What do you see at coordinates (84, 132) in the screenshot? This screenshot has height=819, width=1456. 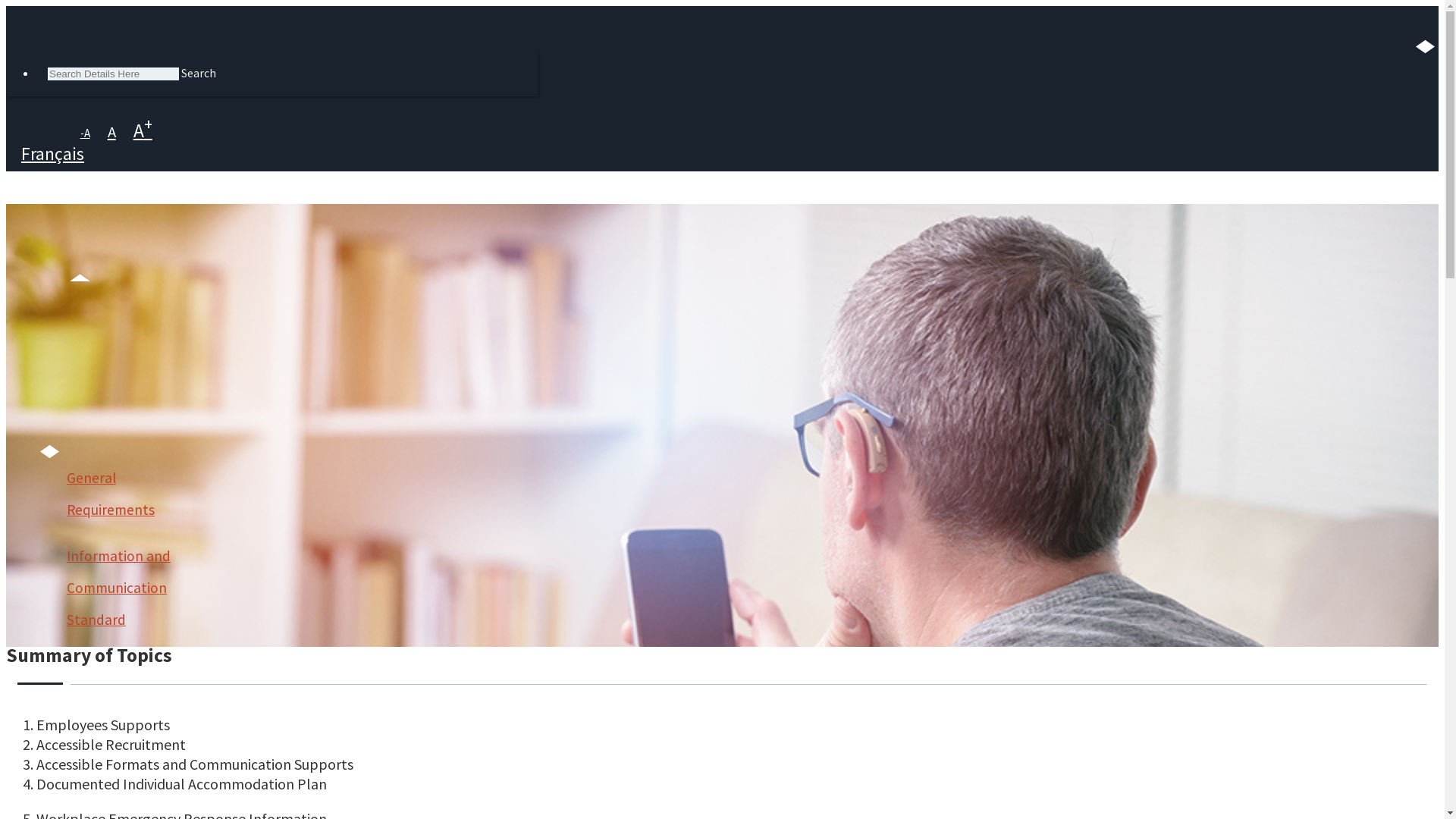 I see `'-A'` at bounding box center [84, 132].